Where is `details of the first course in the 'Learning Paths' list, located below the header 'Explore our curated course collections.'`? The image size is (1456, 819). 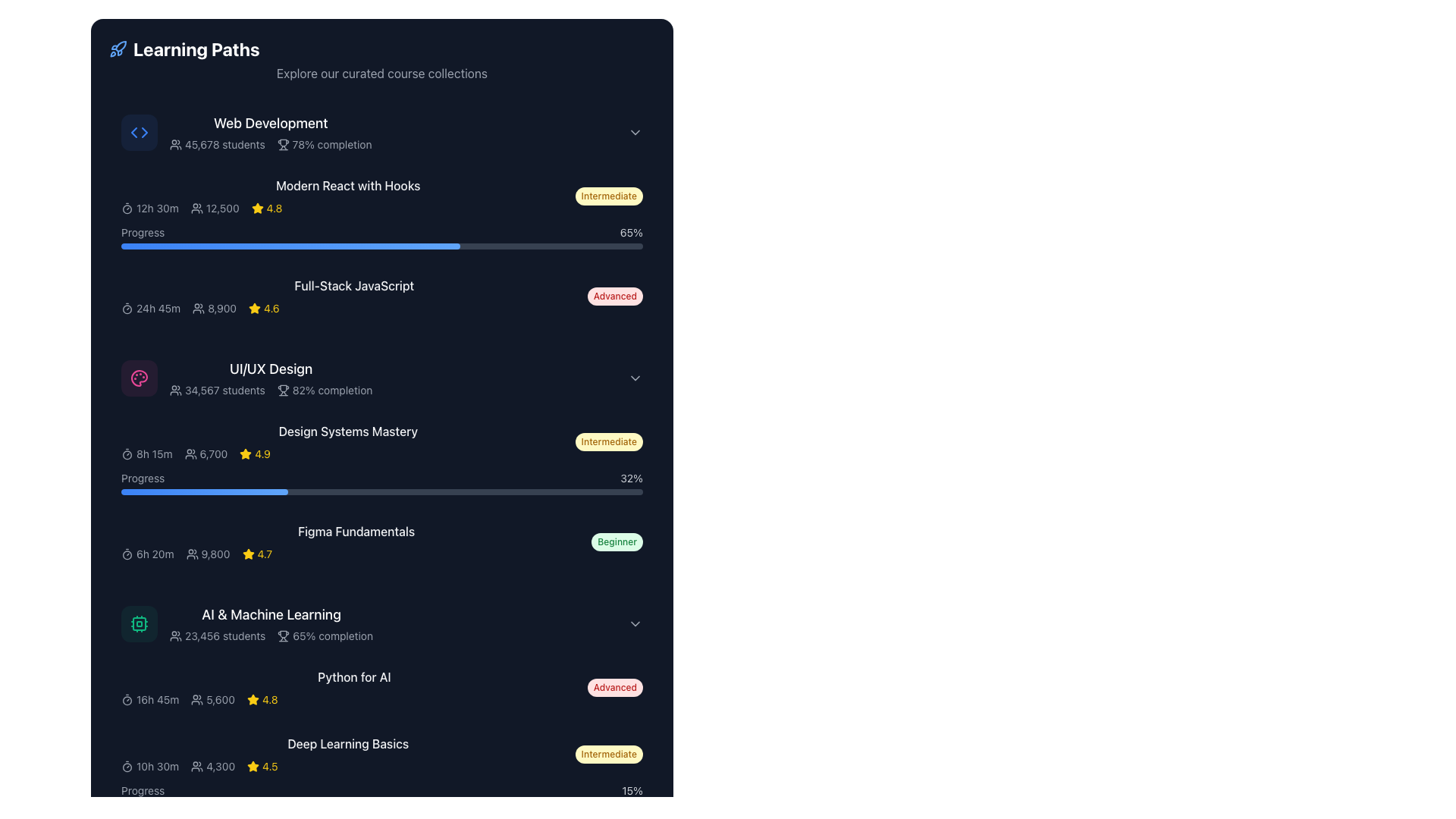 details of the first course in the 'Learning Paths' list, located below the header 'Explore our curated course collections.' is located at coordinates (271, 131).